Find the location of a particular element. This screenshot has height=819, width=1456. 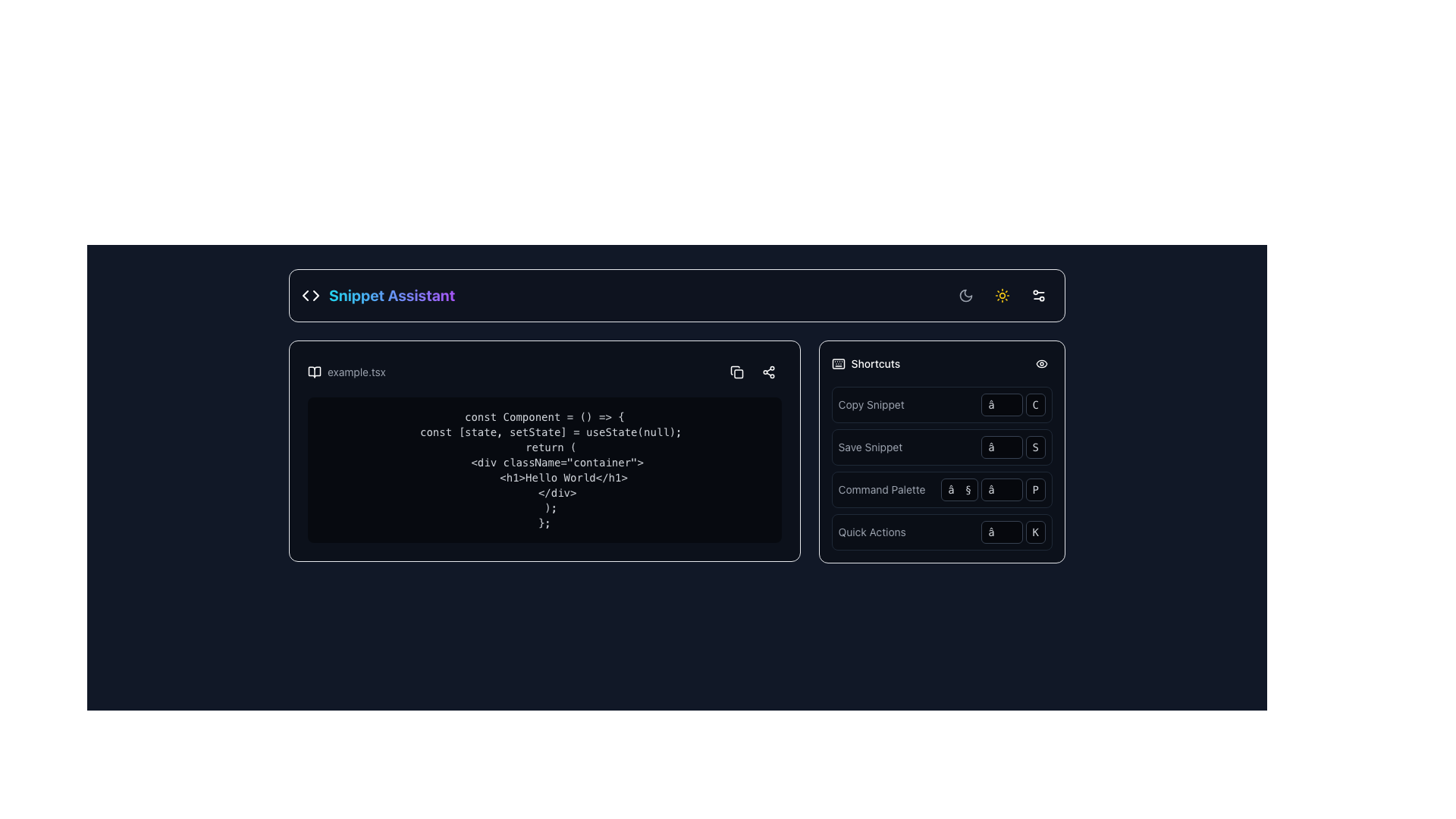

the non-interactive text label that reads 'Save Snippet', which is positioned beneath 'Copy Snippet' and above 'Command Palette' in the right panel of shortcut options is located at coordinates (870, 447).